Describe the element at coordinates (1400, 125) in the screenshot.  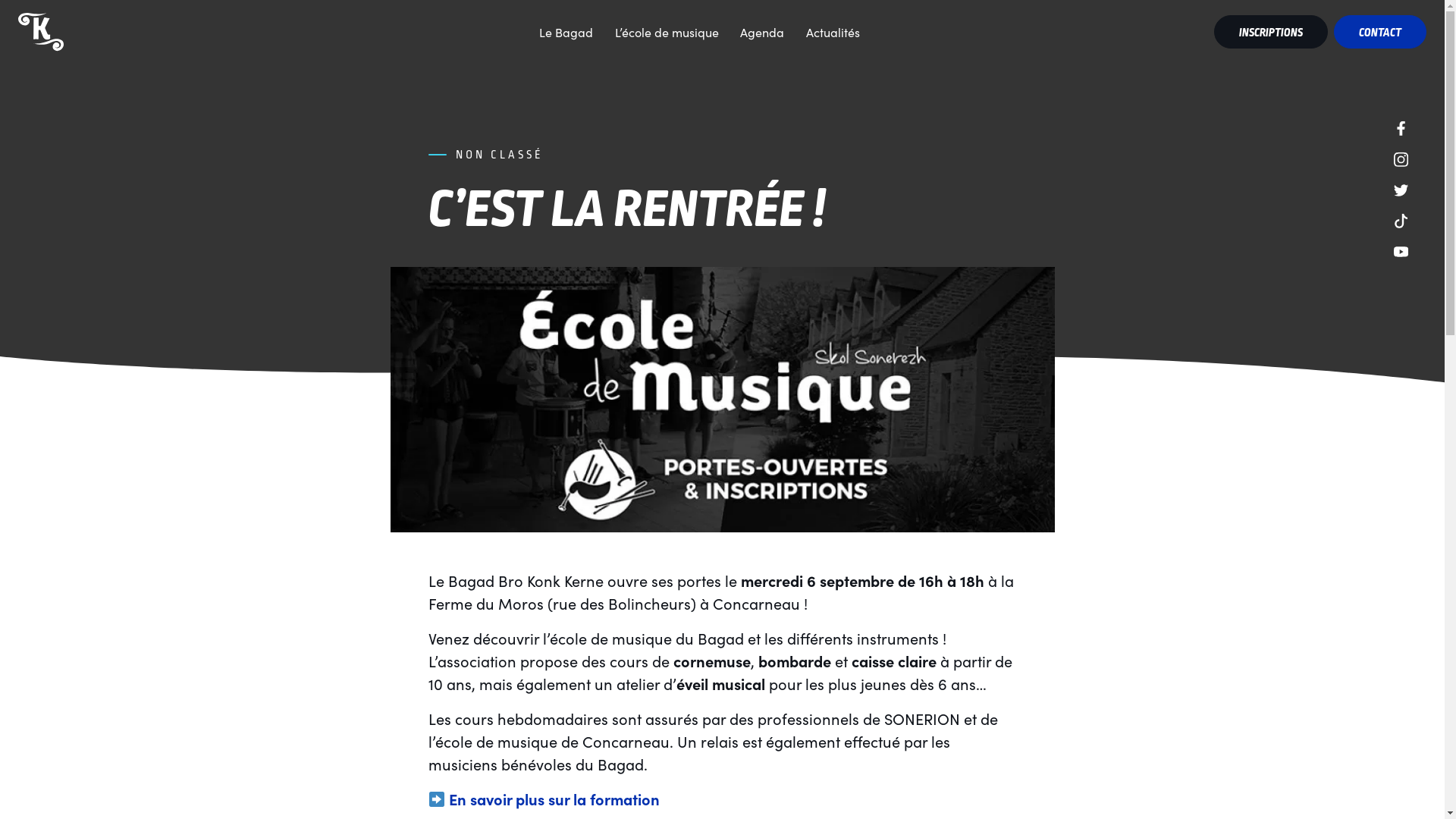
I see `'Facebook'` at that location.